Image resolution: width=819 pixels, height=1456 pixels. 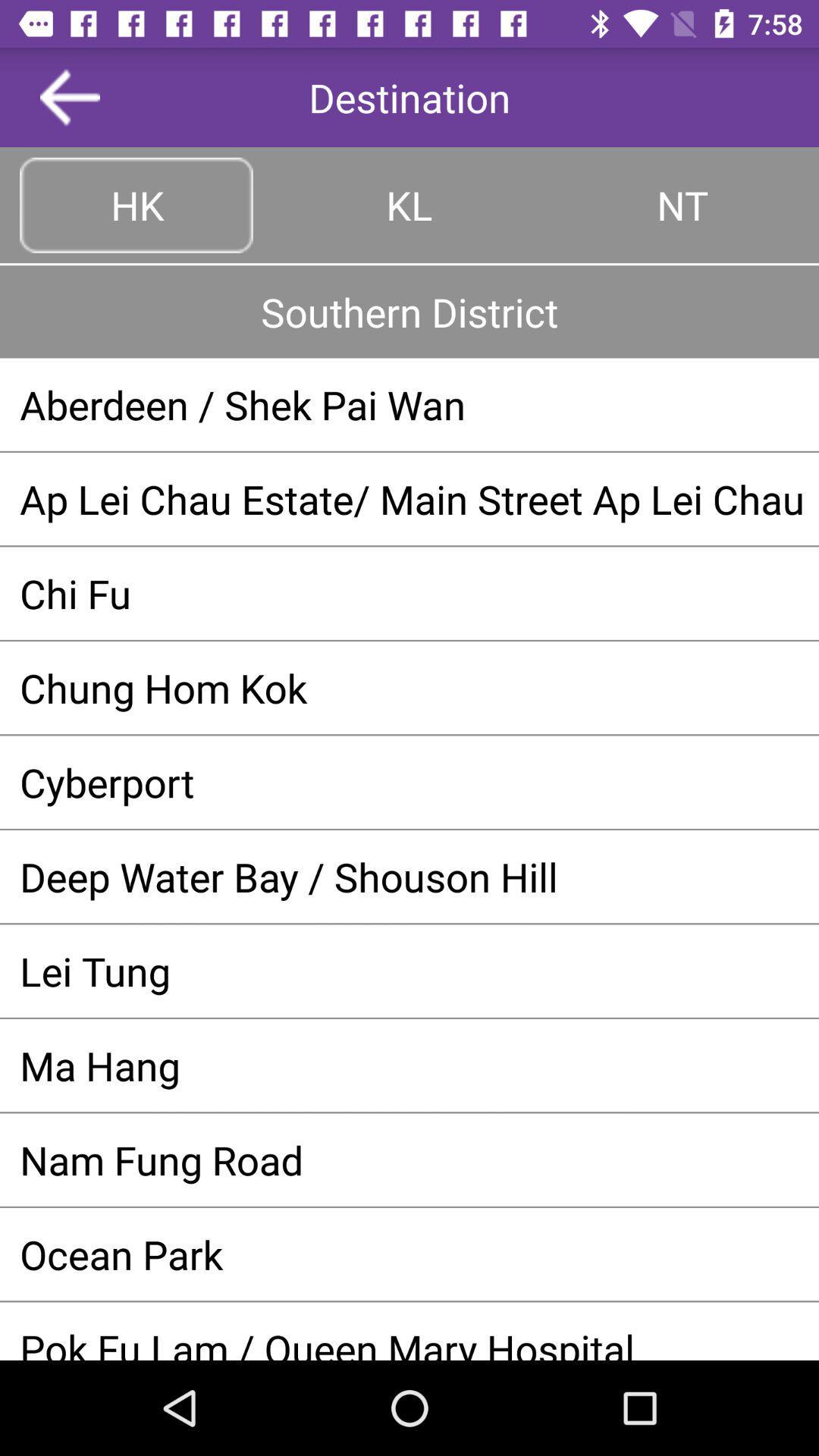 I want to click on the pok fu lam item, so click(x=409, y=1341).